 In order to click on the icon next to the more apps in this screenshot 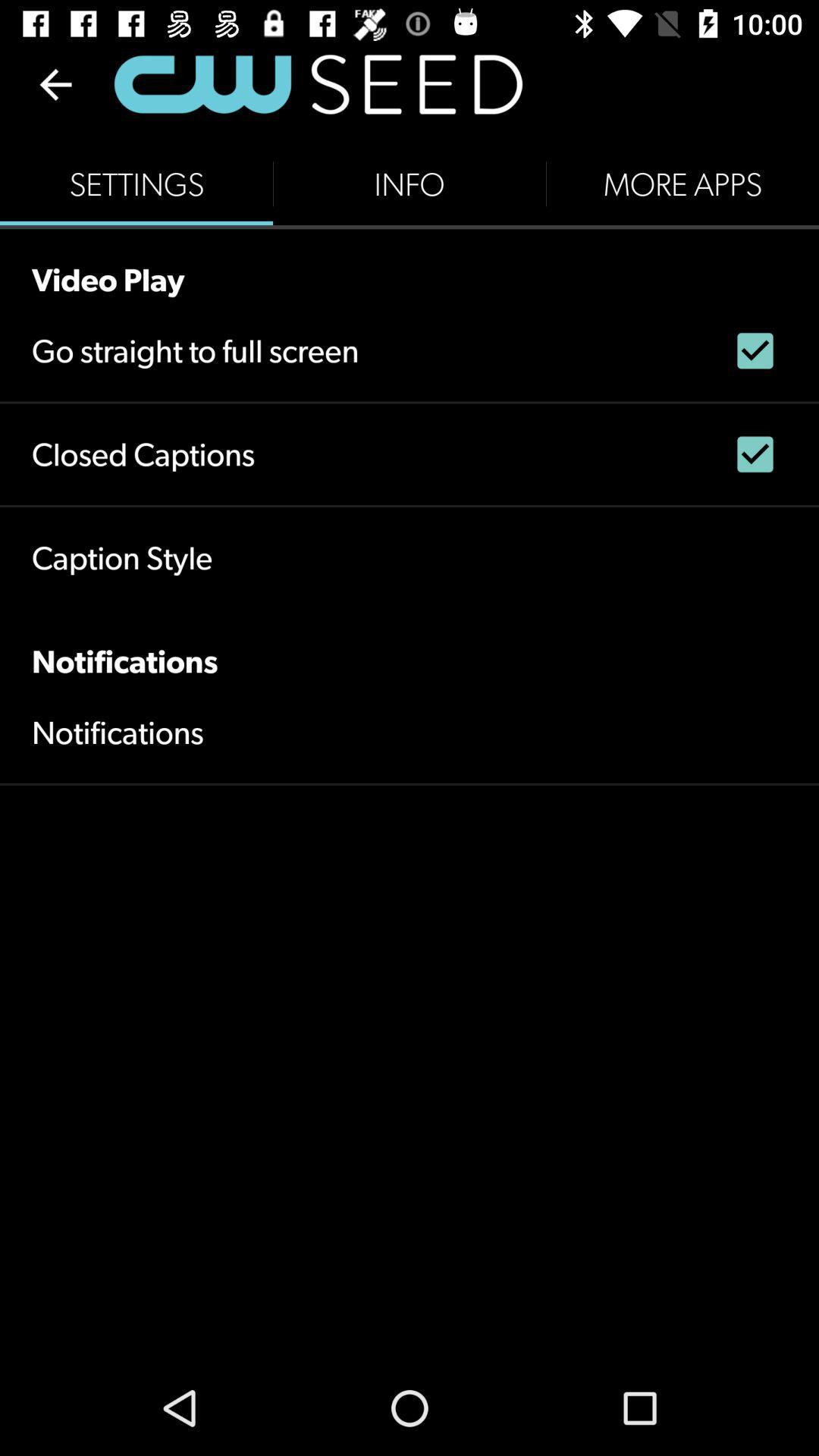, I will do `click(409, 184)`.